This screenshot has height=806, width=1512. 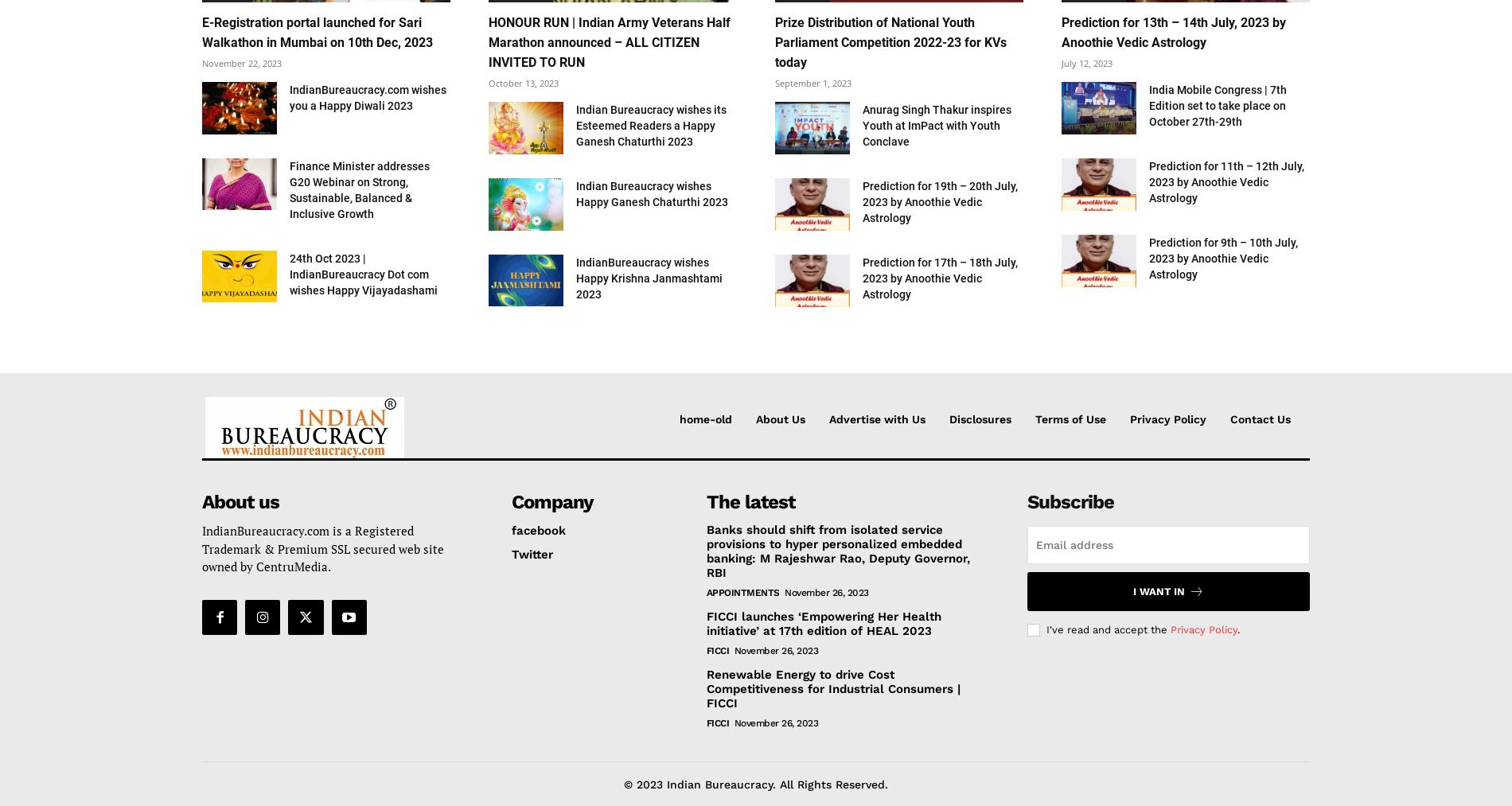 What do you see at coordinates (240, 500) in the screenshot?
I see `'About us'` at bounding box center [240, 500].